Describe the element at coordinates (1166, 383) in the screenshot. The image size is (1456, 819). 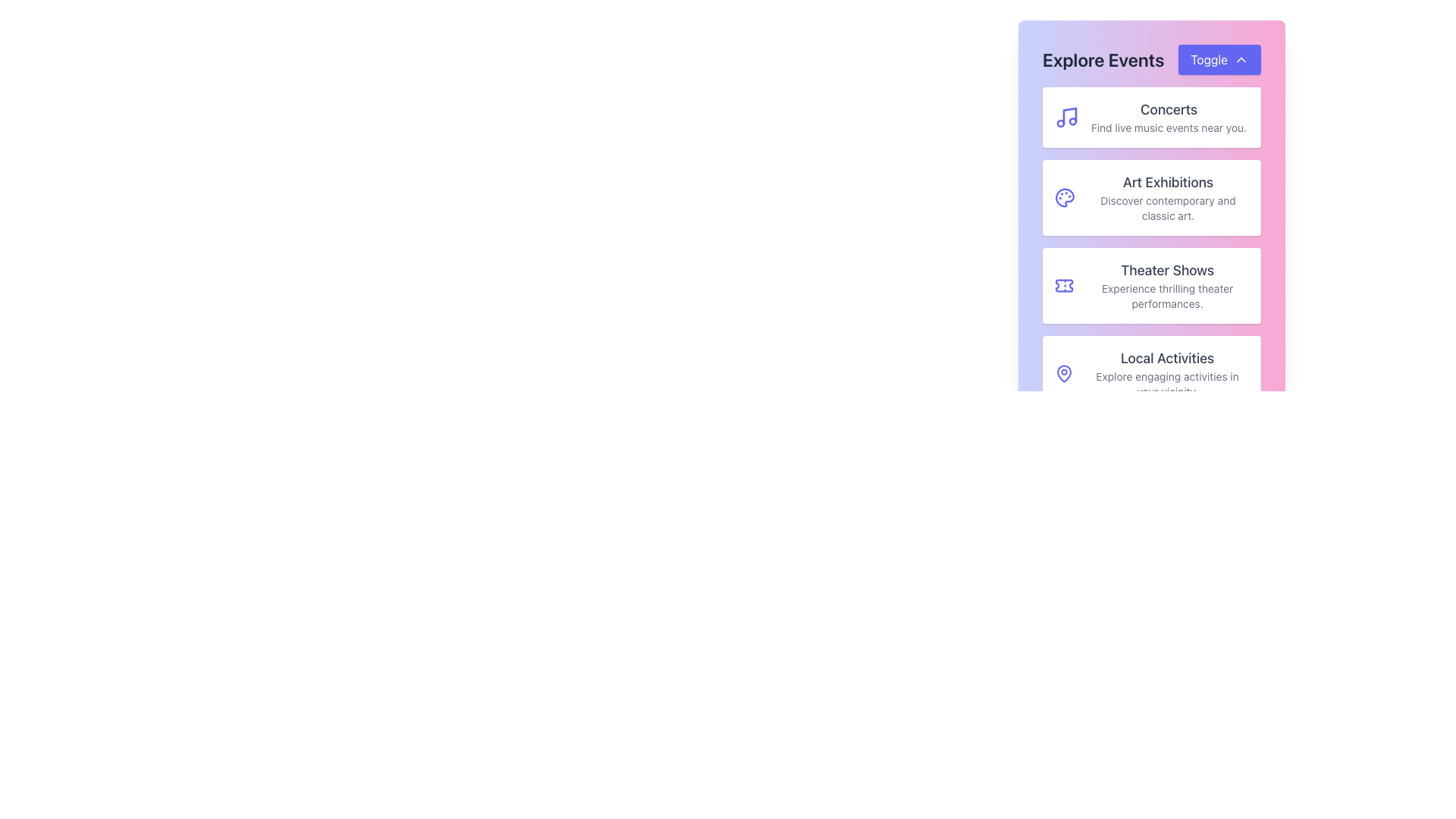
I see `the static text element that reads 'Explore engaging activities in your vicinity,' which is located below the 'Local Activities' header` at that location.